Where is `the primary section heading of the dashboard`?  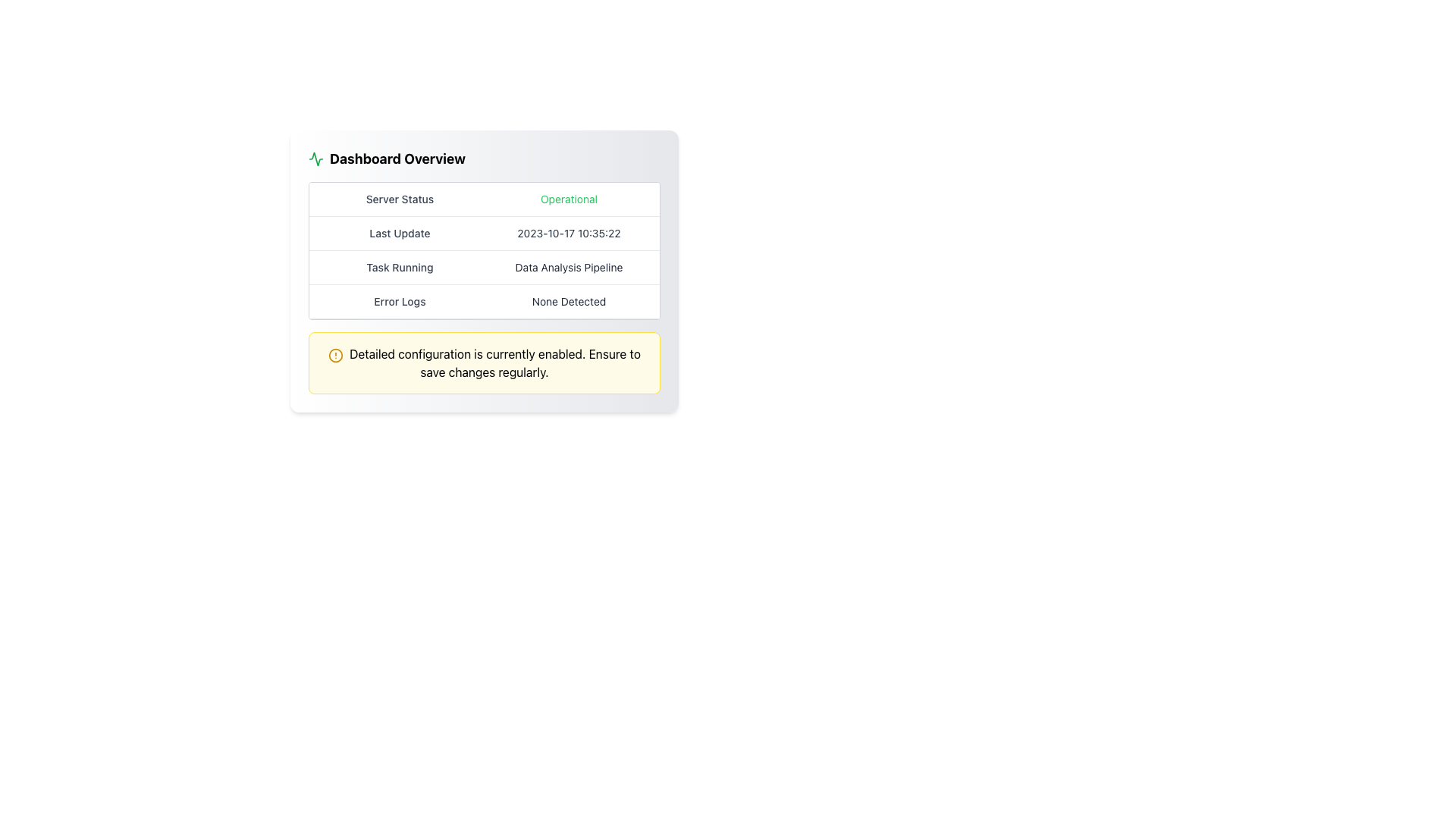
the primary section heading of the dashboard is located at coordinates (483, 158).